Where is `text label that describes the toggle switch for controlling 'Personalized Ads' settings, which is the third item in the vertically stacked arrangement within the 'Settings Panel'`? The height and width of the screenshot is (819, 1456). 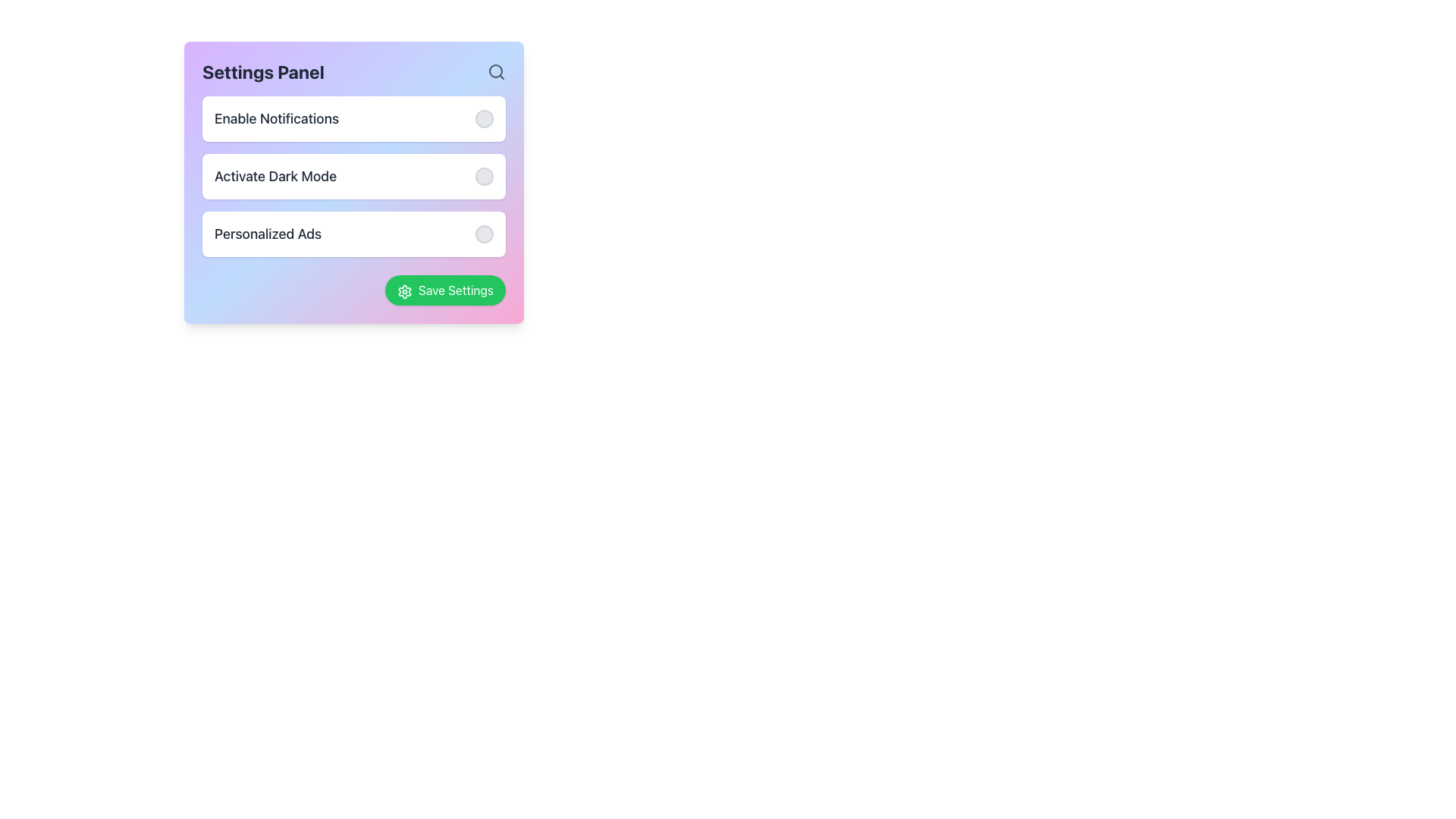
text label that describes the toggle switch for controlling 'Personalized Ads' settings, which is the third item in the vertically stacked arrangement within the 'Settings Panel' is located at coordinates (268, 234).